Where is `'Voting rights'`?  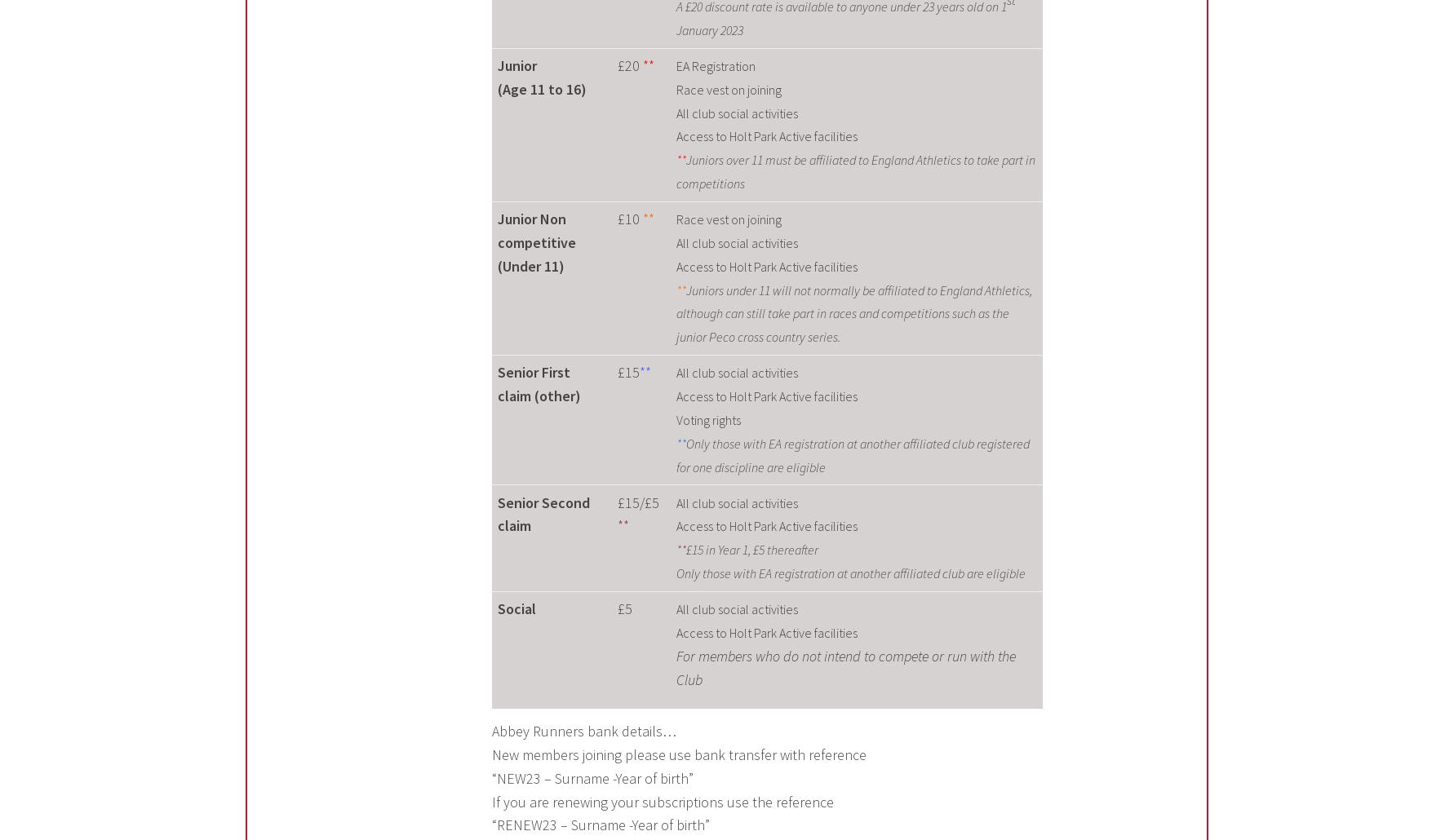
'Voting rights' is located at coordinates (707, 418).